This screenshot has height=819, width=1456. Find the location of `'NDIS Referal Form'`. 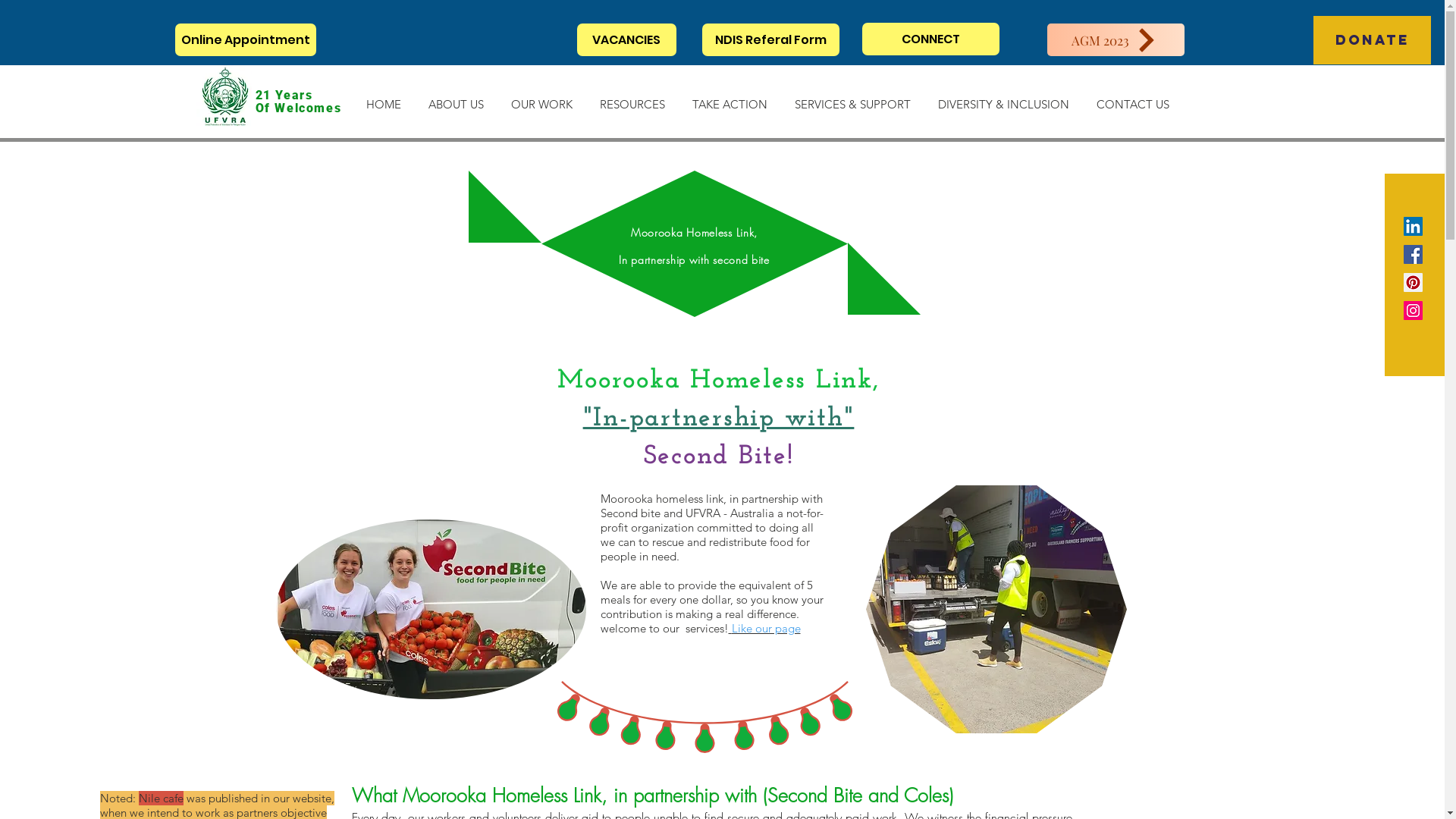

'NDIS Referal Form' is located at coordinates (701, 39).